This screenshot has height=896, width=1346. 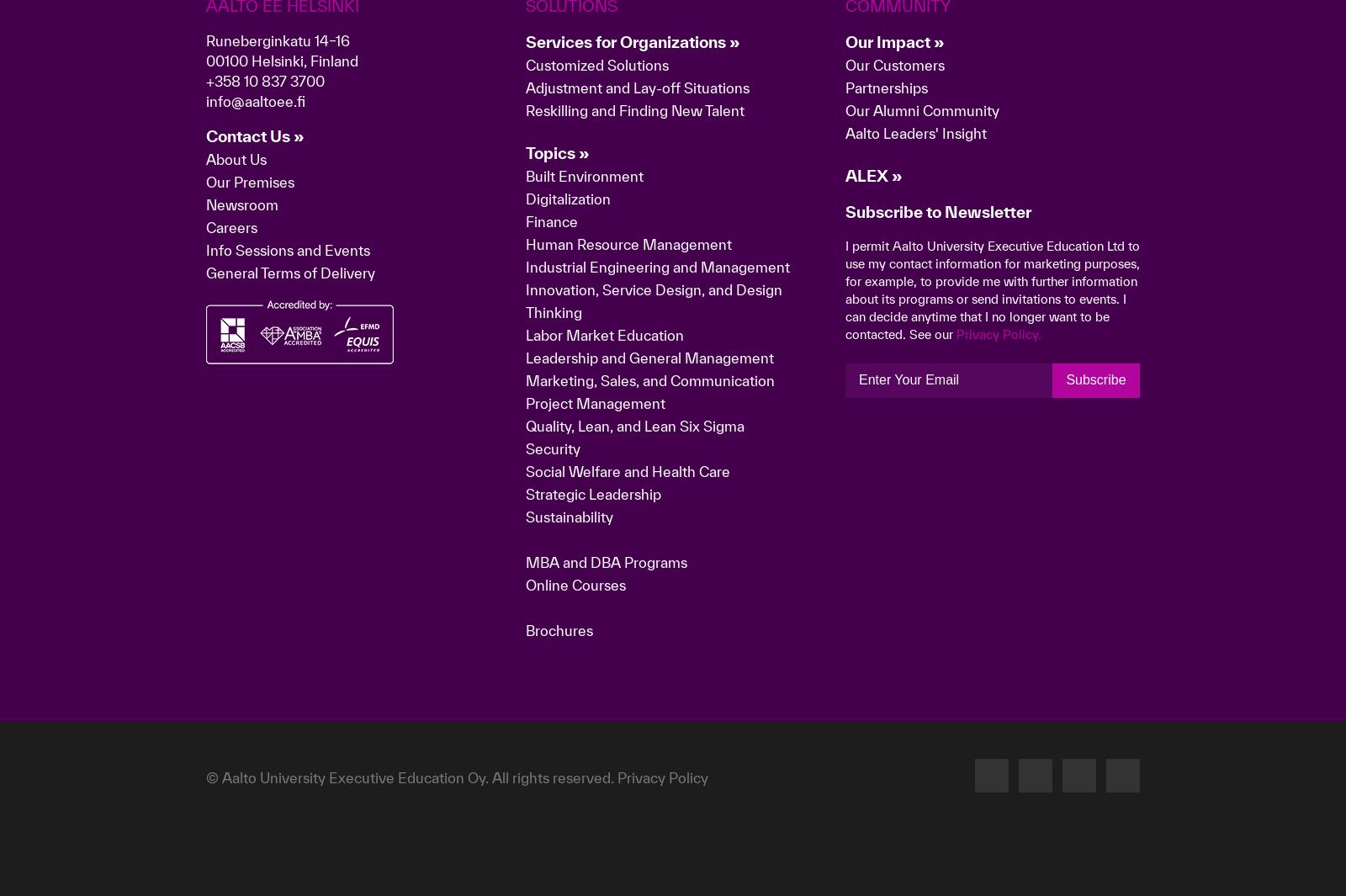 What do you see at coordinates (557, 417) in the screenshot?
I see `'Topics »'` at bounding box center [557, 417].